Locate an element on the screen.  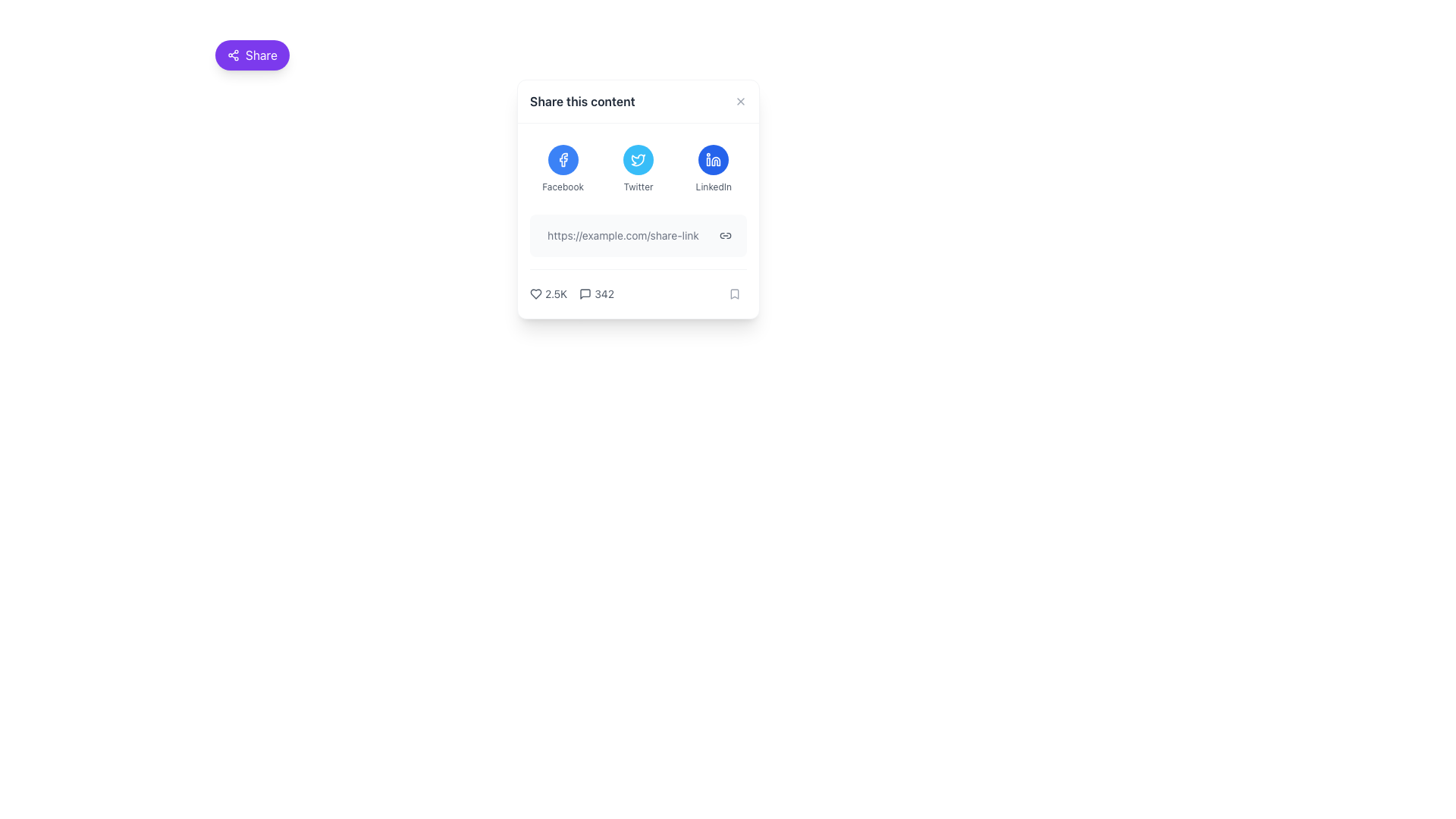
the bookmark icon located at the bottom-right corner of the card component, which is used for saving or bookmarking the content is located at coordinates (735, 294).